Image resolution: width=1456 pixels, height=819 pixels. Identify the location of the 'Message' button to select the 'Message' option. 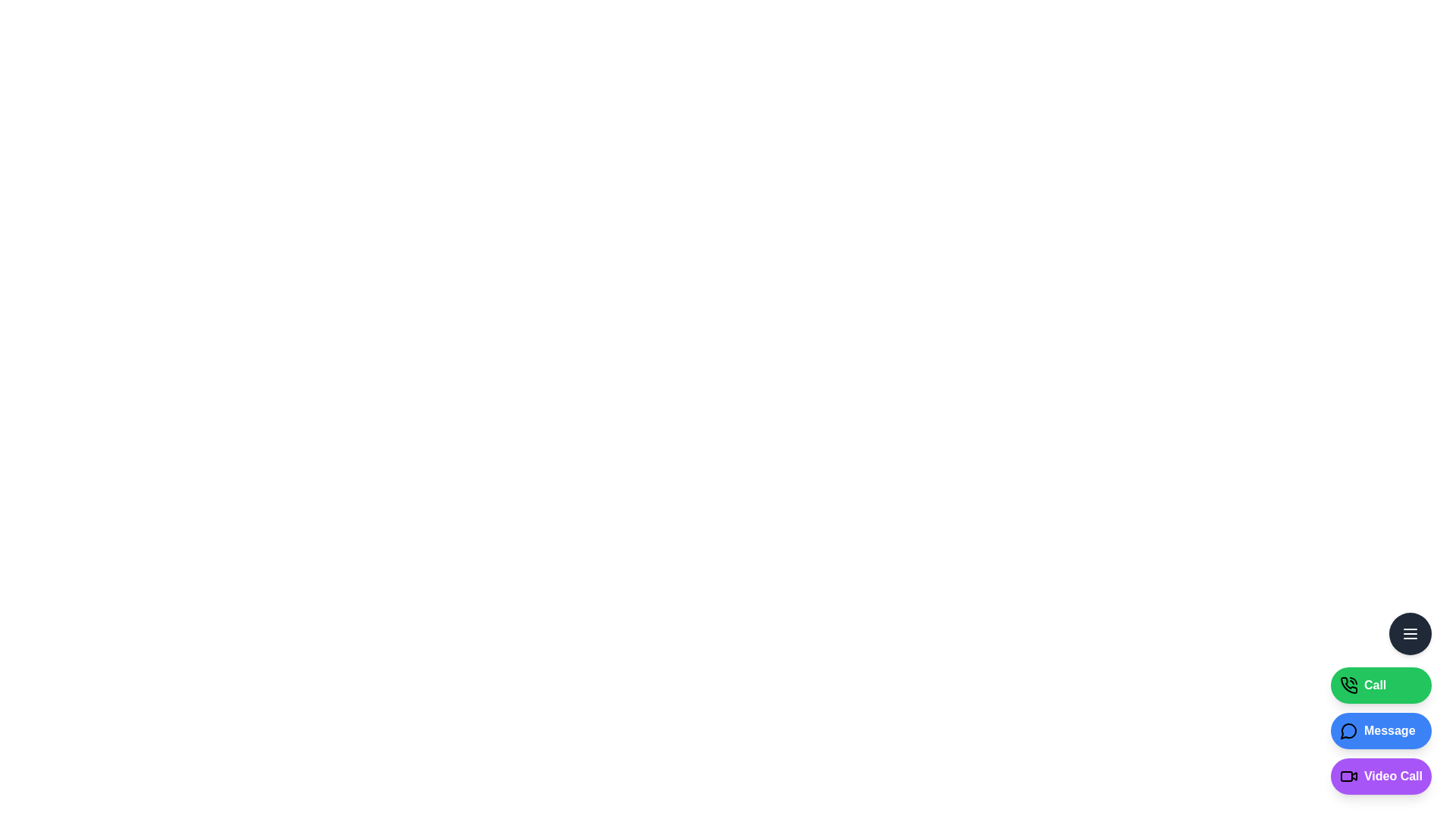
(1380, 730).